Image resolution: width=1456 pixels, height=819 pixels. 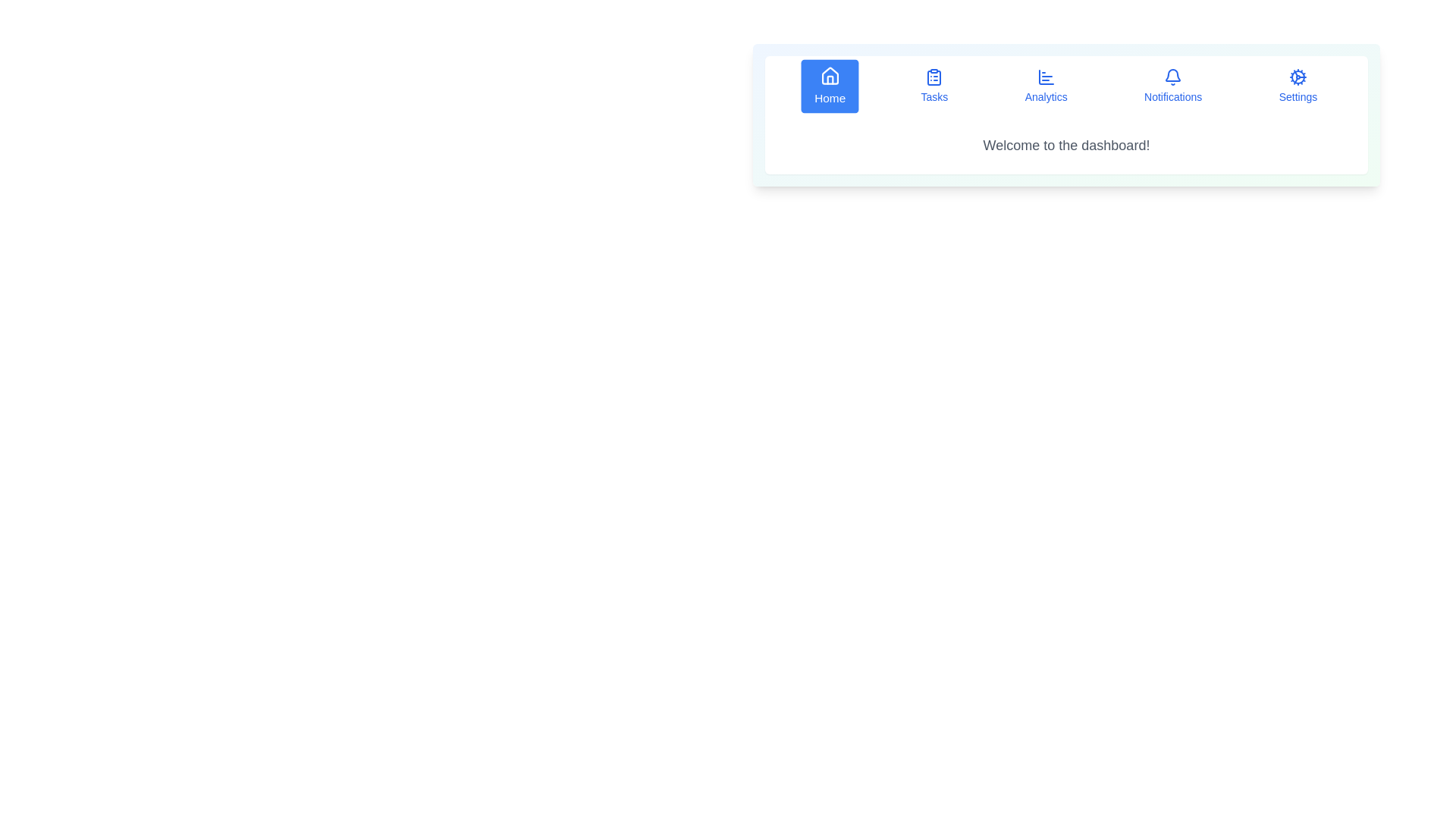 I want to click on the Tasks tab by clicking on its corresponding button, so click(x=934, y=86).